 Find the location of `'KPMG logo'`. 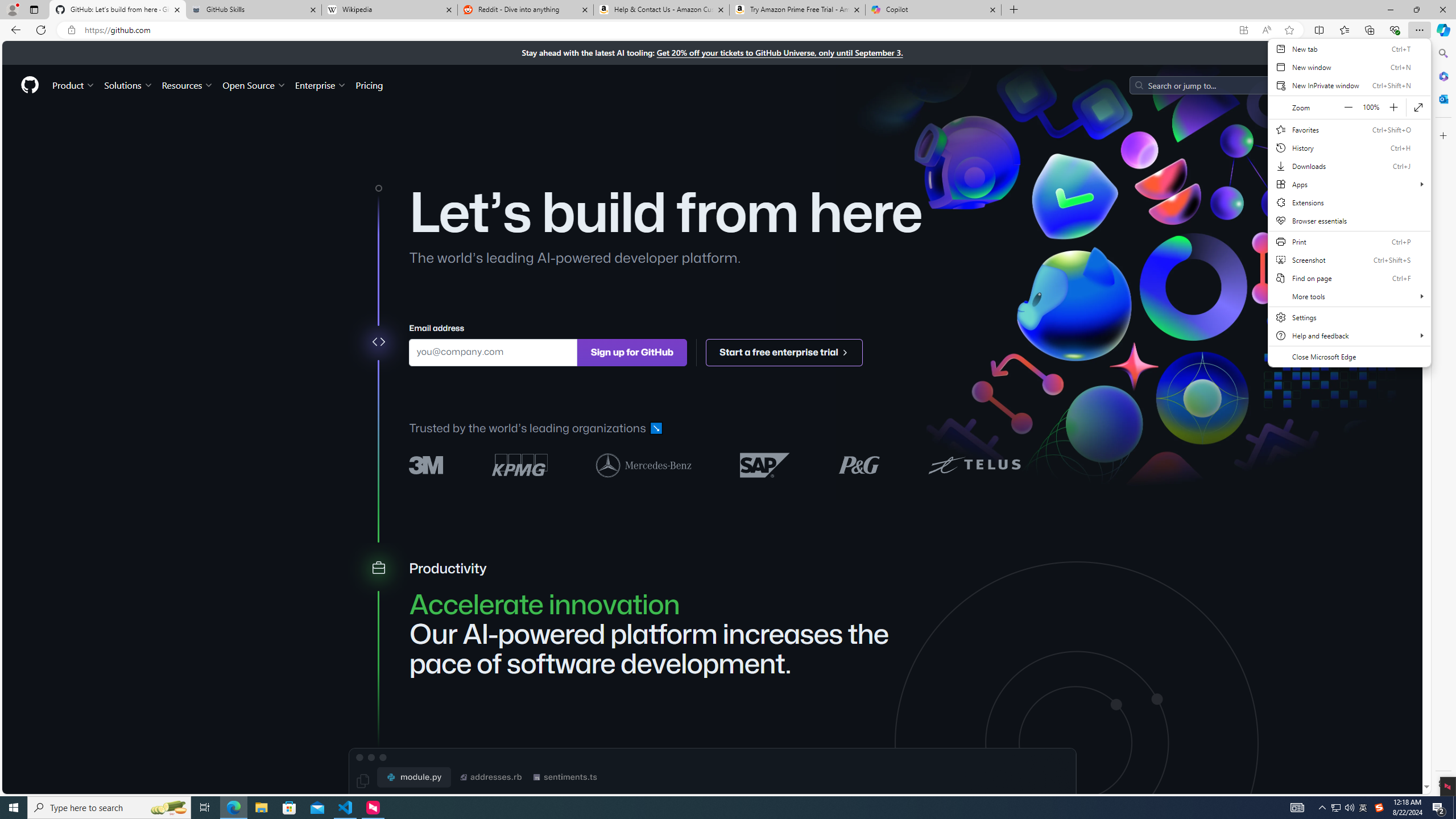

'KPMG logo' is located at coordinates (519, 464).